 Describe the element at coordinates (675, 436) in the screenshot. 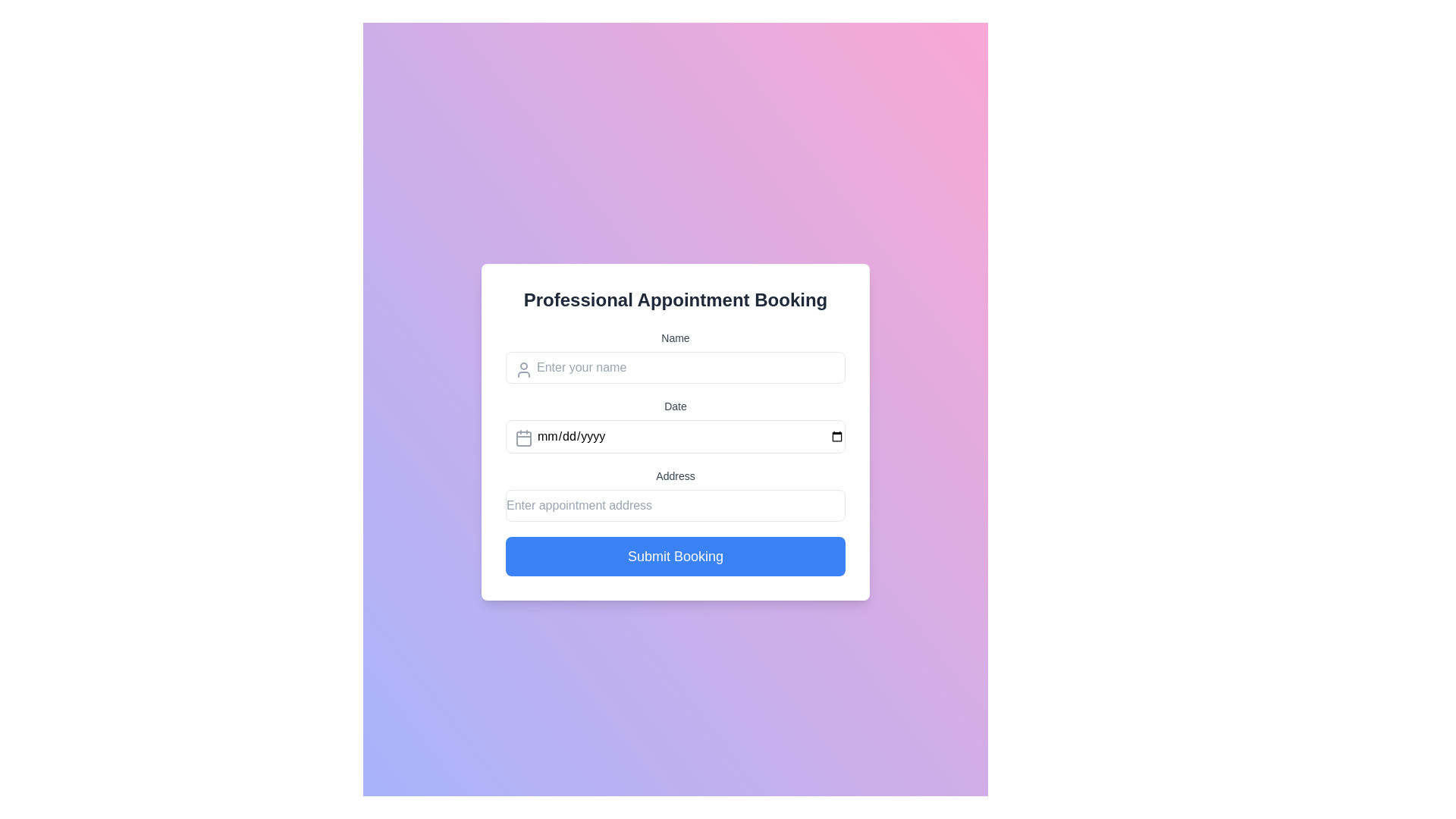

I see `a date from the calendar in the Date picker input field located below the 'Date' label in the 'Professional Appointment Booking' form` at that location.